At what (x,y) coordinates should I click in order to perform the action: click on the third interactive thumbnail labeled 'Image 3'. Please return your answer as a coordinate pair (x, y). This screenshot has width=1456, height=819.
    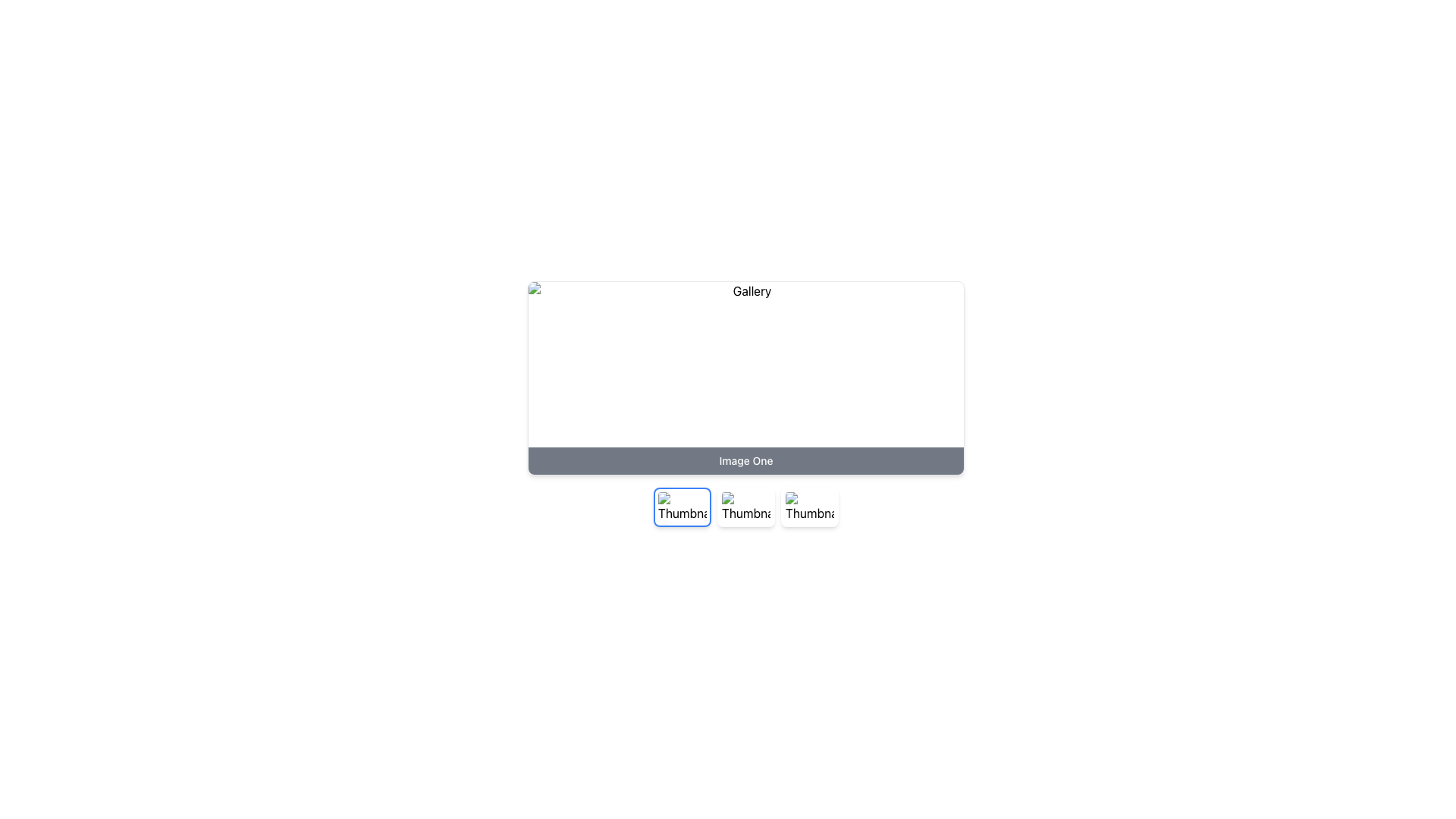
    Looking at the image, I should click on (809, 507).